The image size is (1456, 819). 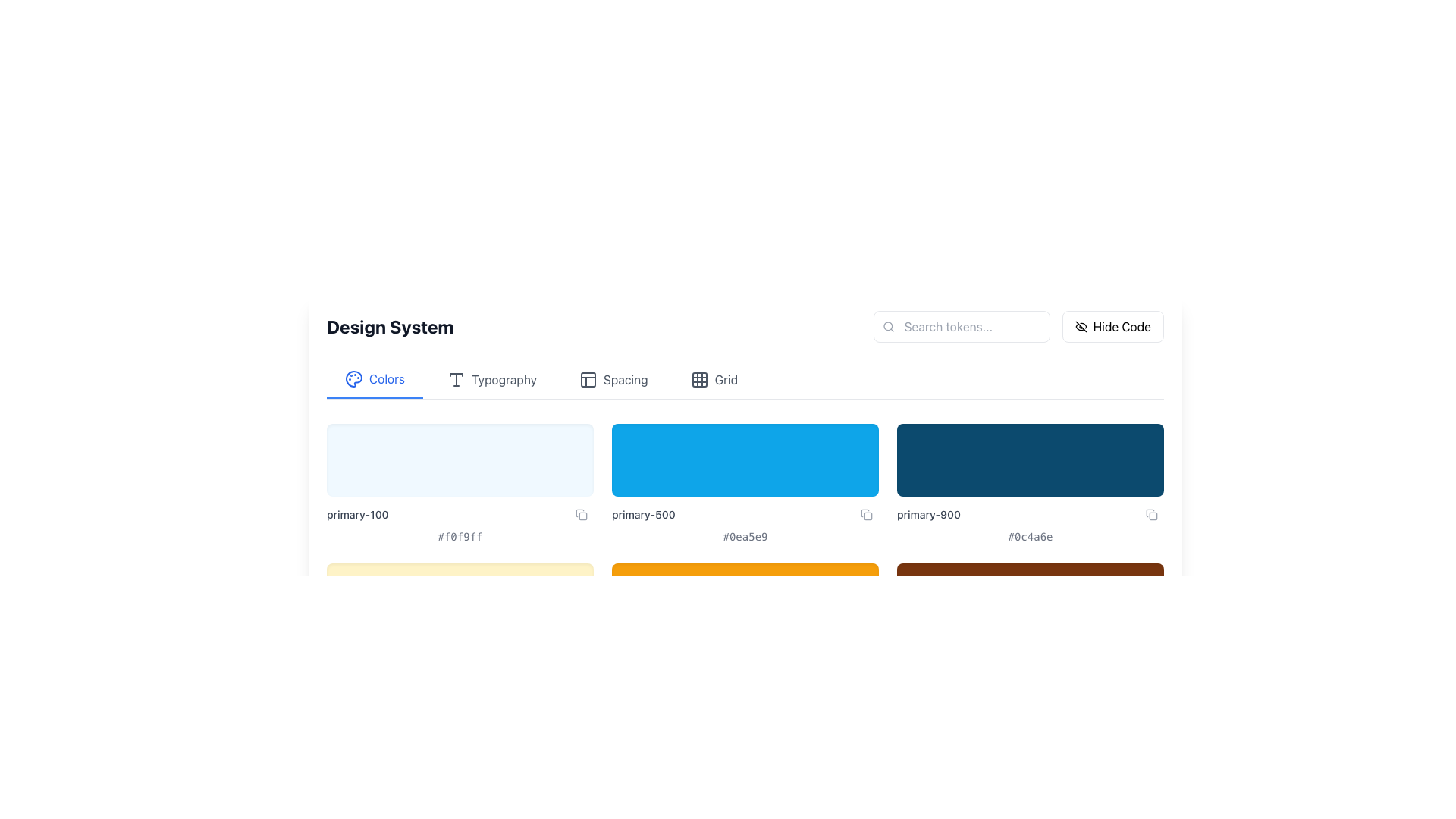 I want to click on the 'Colors' section icon in the design system interface, located in the top-left quadrant near the section header titled 'Design System', so click(x=353, y=378).